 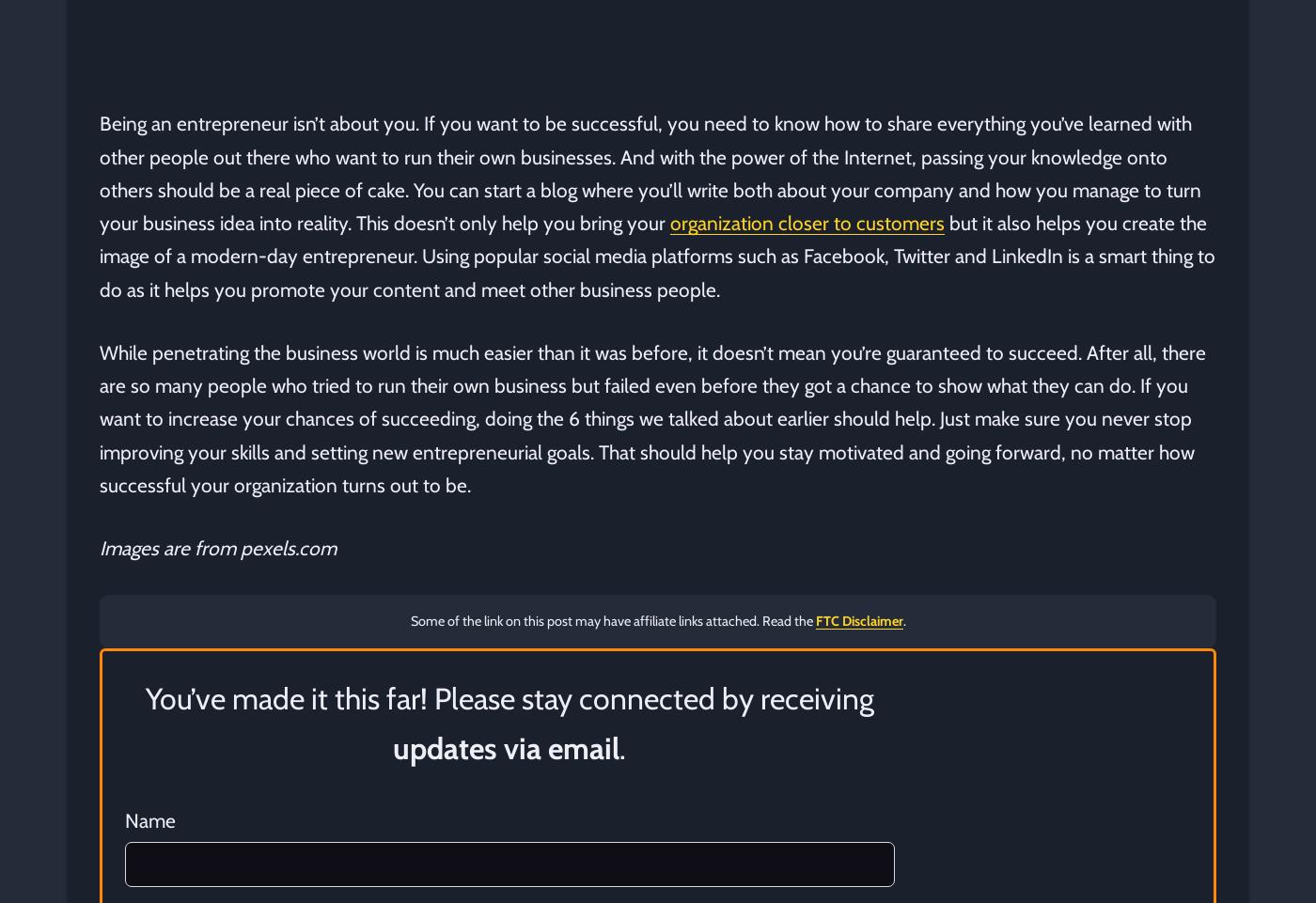 I want to click on 'organization closer to customers', so click(x=669, y=222).